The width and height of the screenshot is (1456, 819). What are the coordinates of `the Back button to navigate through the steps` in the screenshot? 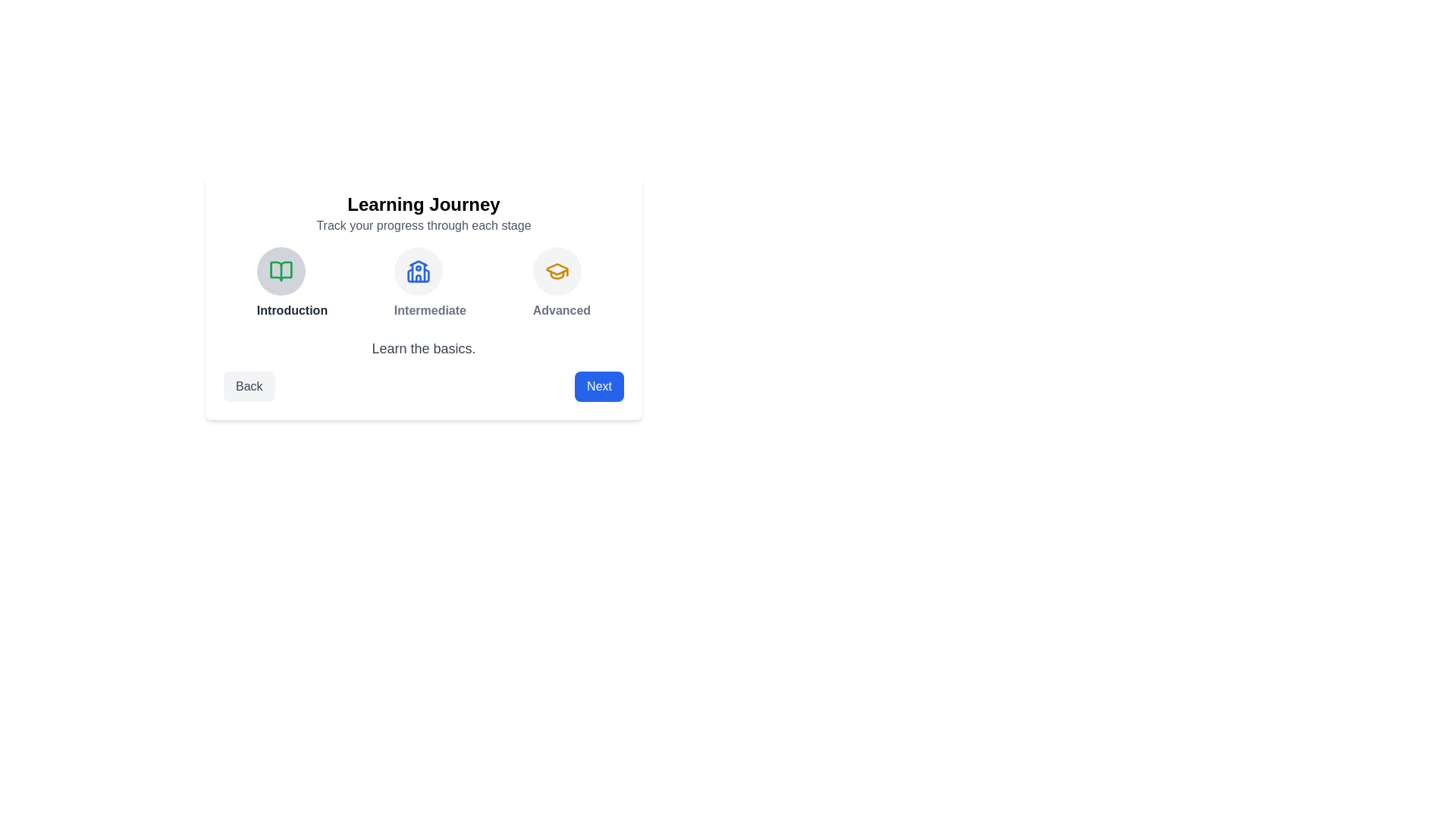 It's located at (249, 385).